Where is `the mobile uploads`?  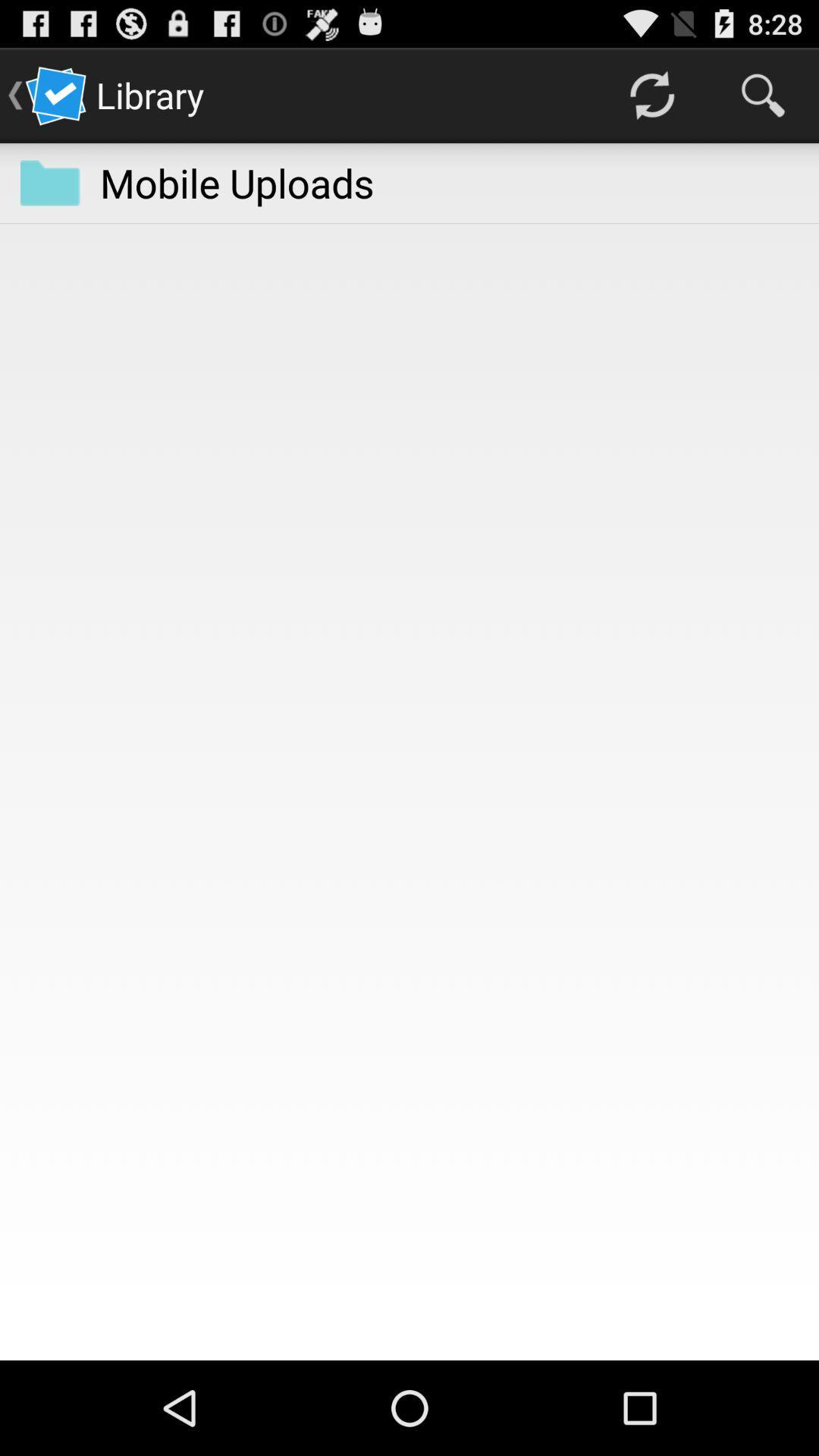
the mobile uploads is located at coordinates (237, 182).